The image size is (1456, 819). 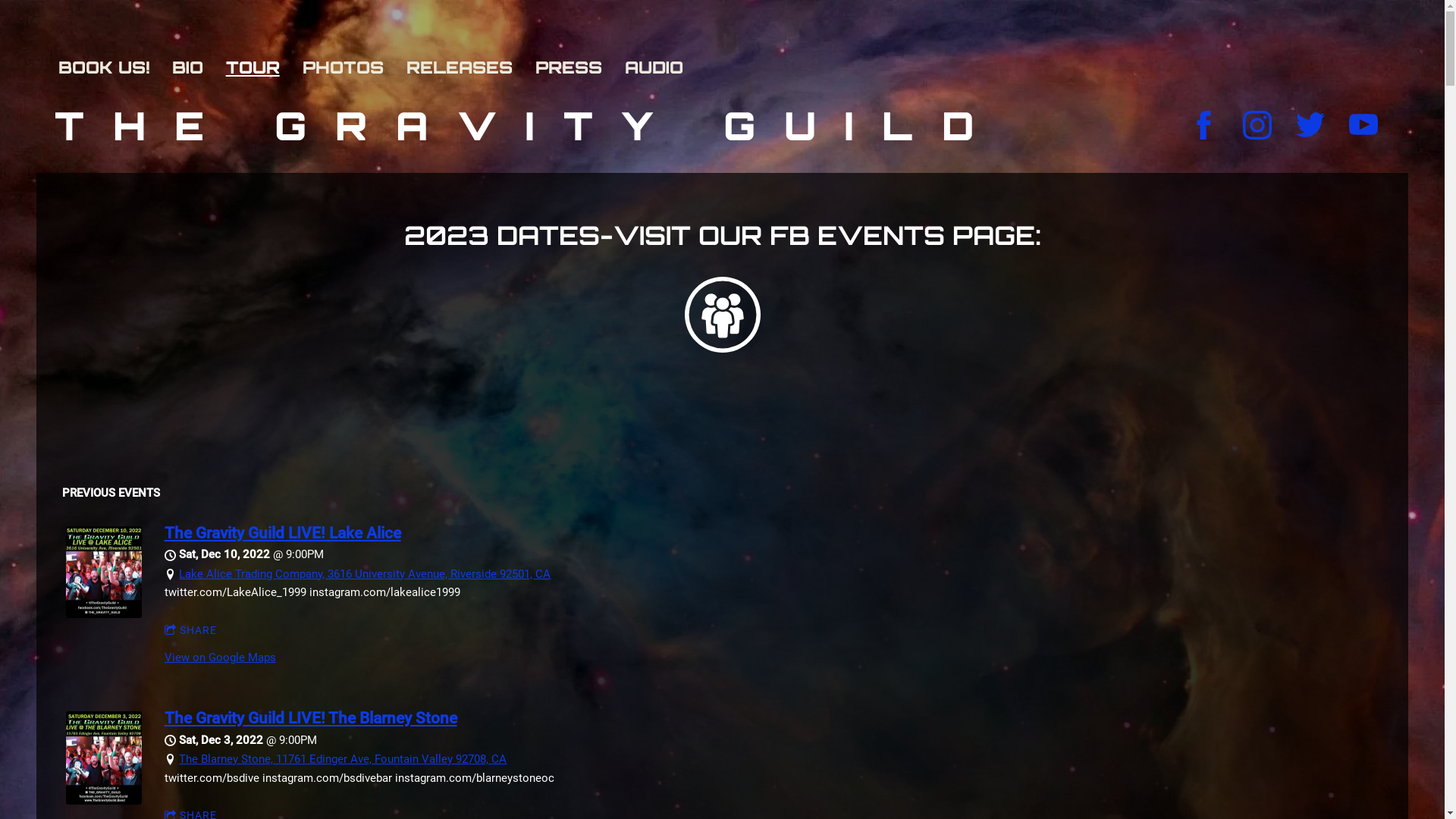 What do you see at coordinates (111, 66) in the screenshot?
I see `'BOOK US!'` at bounding box center [111, 66].